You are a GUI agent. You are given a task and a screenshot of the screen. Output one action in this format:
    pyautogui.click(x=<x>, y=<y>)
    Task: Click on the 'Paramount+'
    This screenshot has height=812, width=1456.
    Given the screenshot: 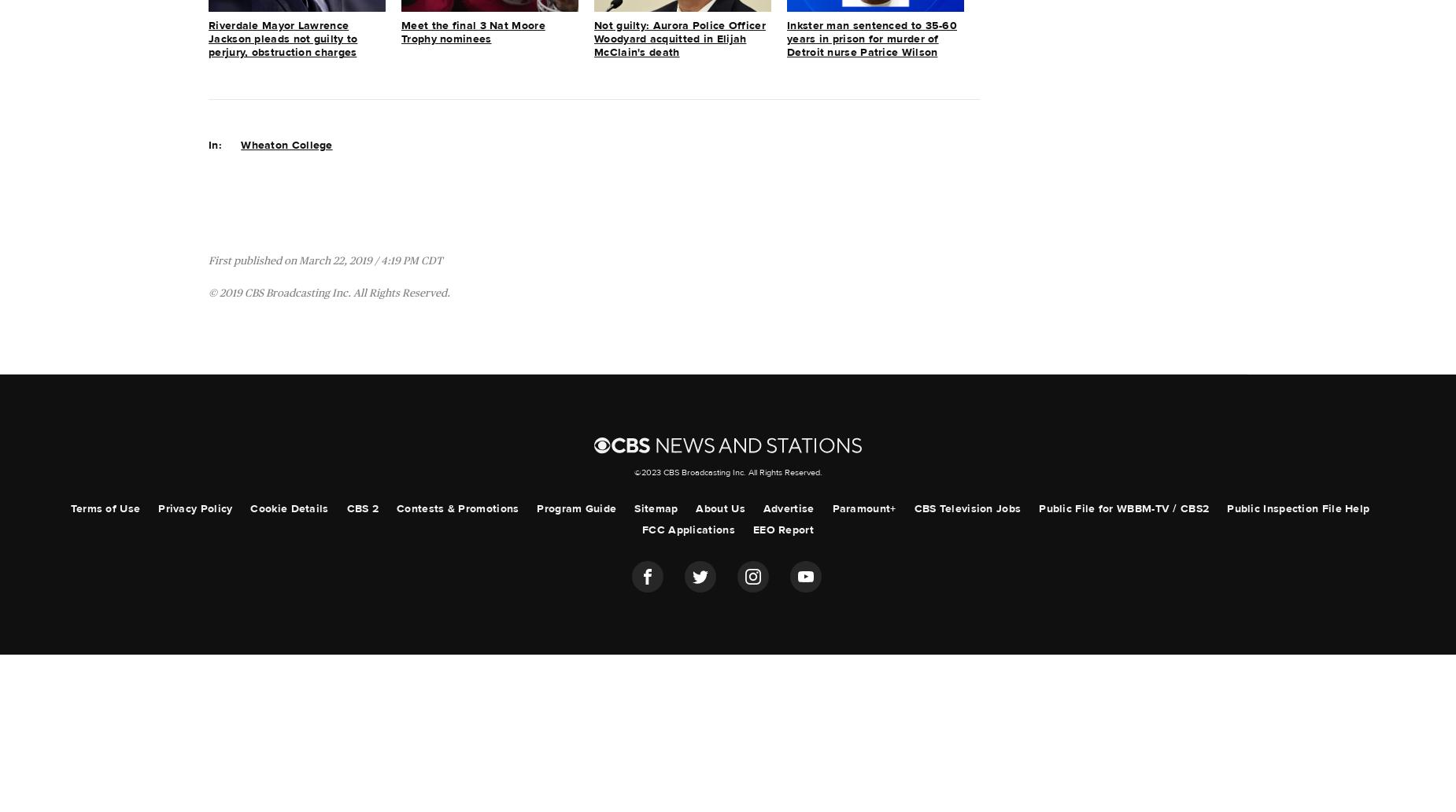 What is the action you would take?
    pyautogui.click(x=831, y=507)
    